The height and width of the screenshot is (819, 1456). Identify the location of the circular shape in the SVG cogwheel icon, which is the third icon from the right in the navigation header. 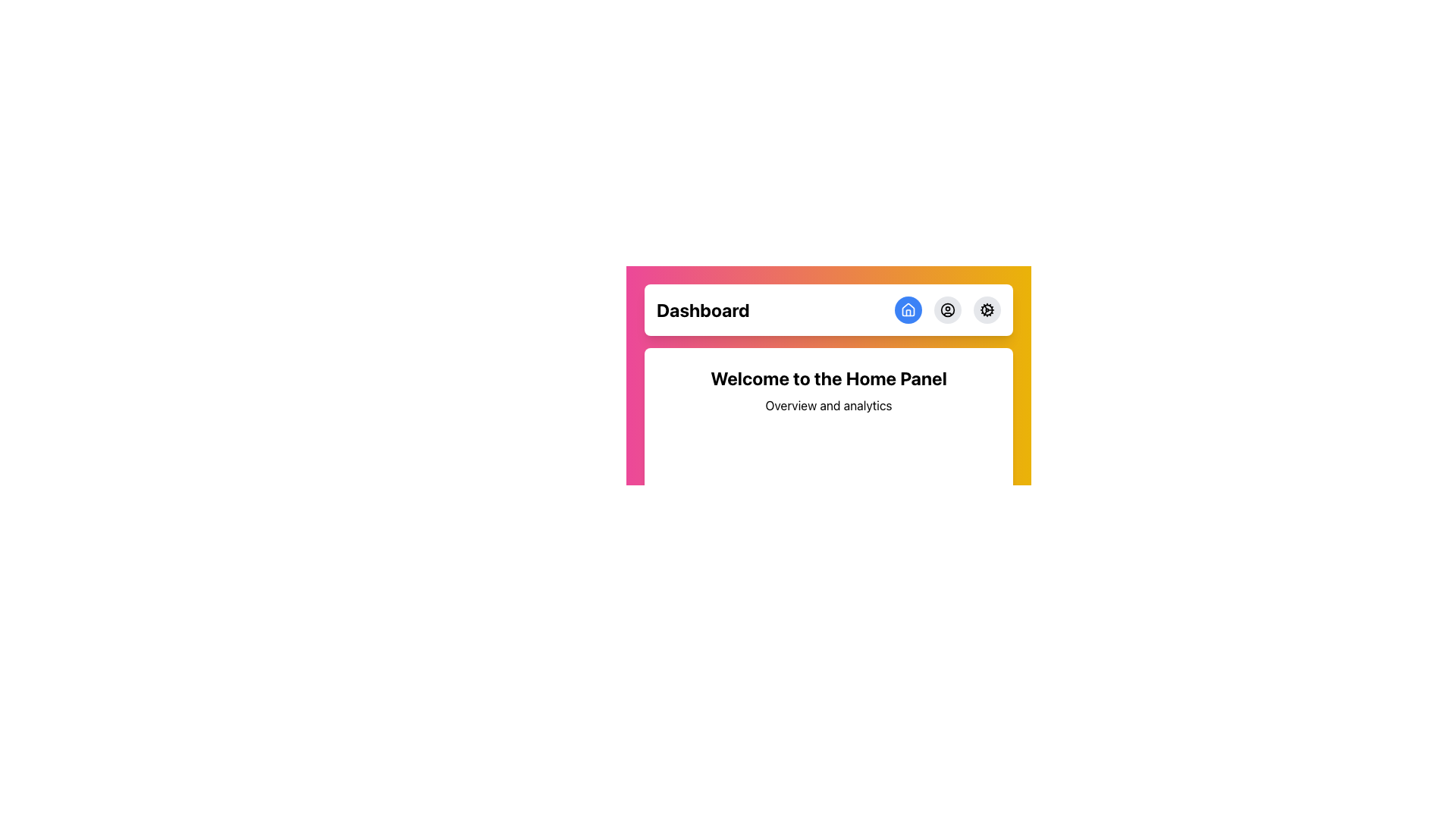
(987, 309).